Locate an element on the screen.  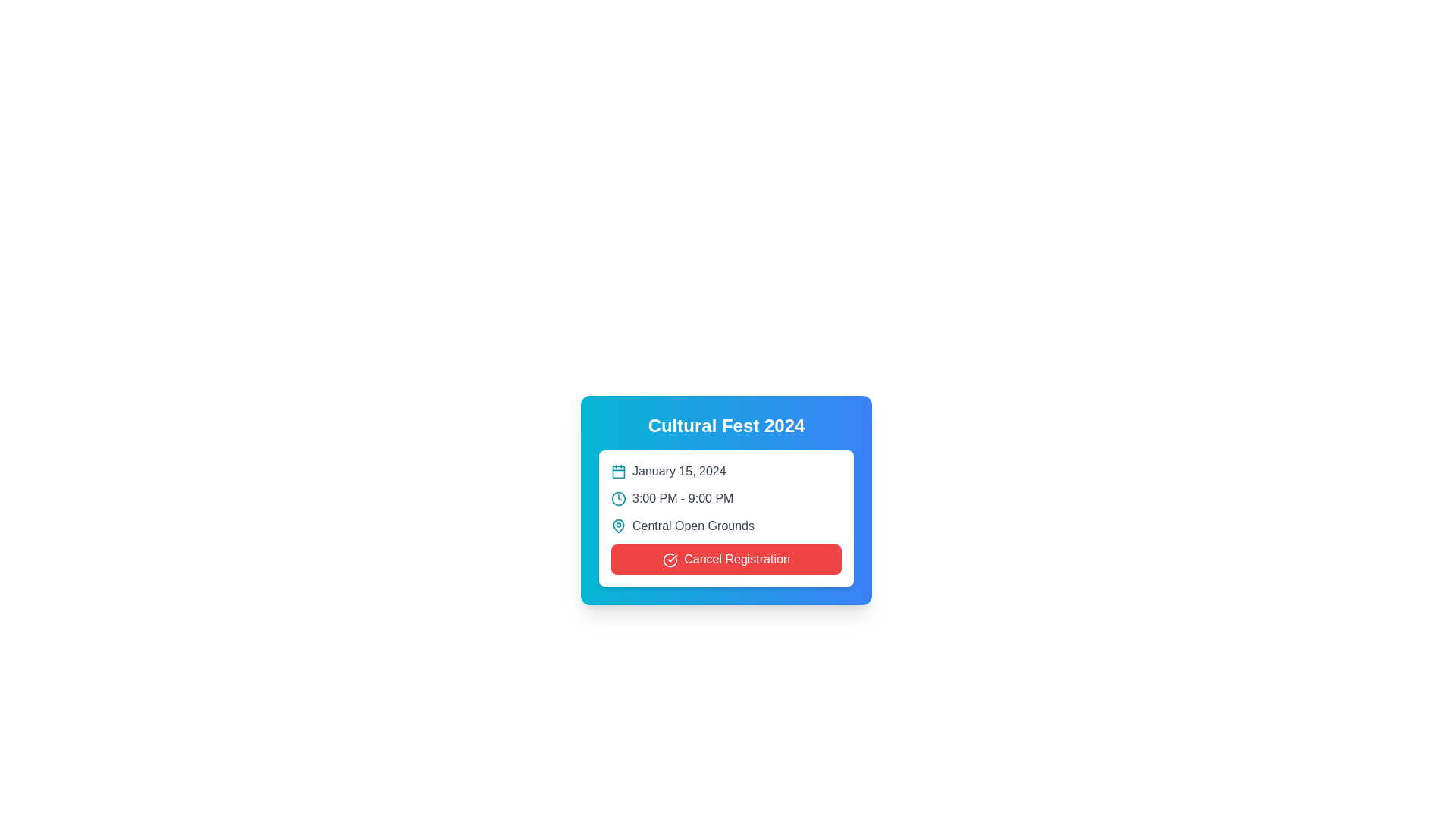
the circular icon with a check symbol inside the red button labeled 'Cancel Registration' at the bottom of the 'Cultural Fest 2024' card is located at coordinates (670, 560).